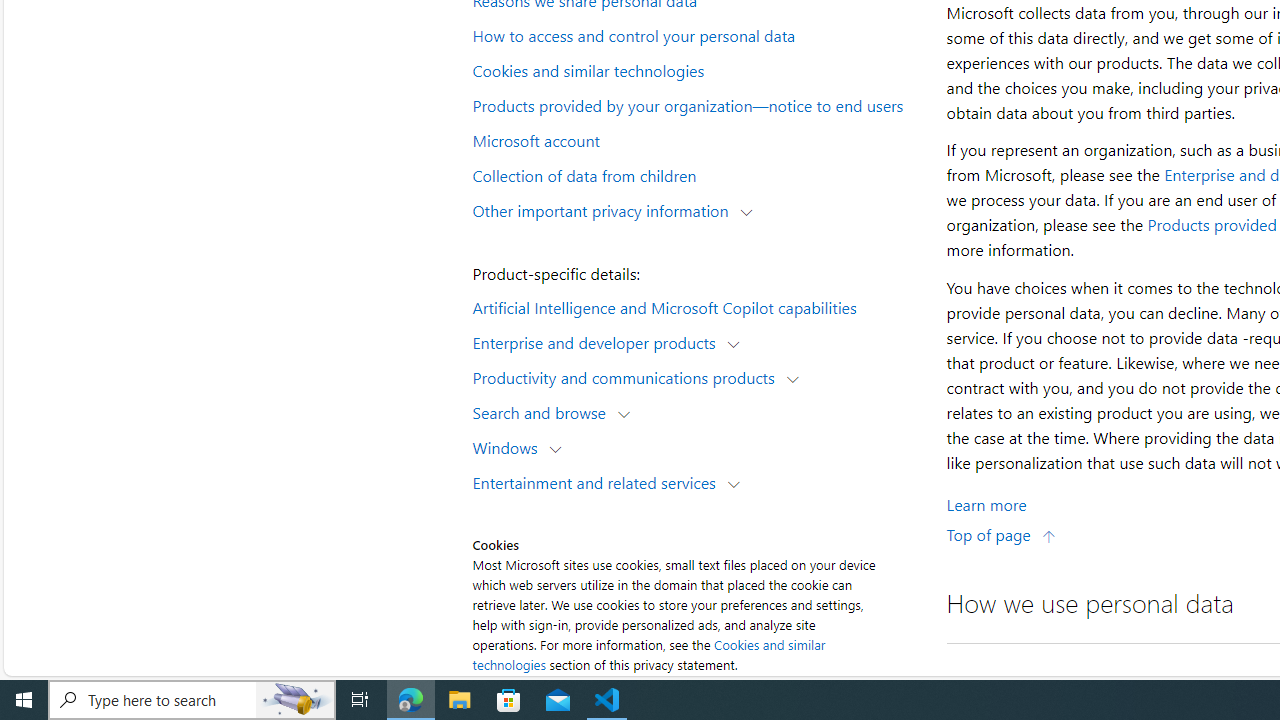  I want to click on 'Top of page', so click(1001, 533).